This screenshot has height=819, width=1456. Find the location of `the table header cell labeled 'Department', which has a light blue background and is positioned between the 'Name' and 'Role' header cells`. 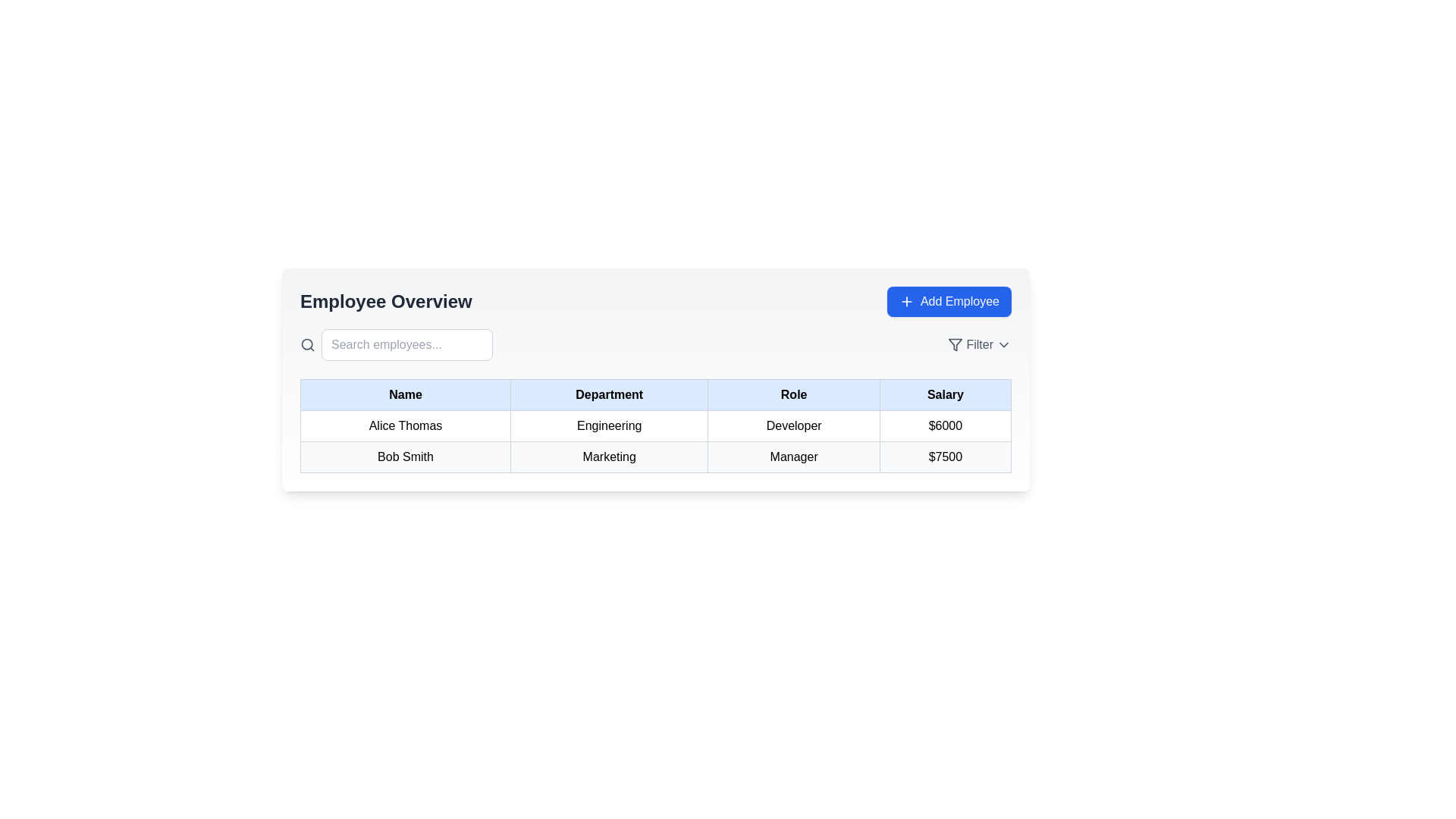

the table header cell labeled 'Department', which has a light blue background and is positioned between the 'Name' and 'Role' header cells is located at coordinates (609, 394).